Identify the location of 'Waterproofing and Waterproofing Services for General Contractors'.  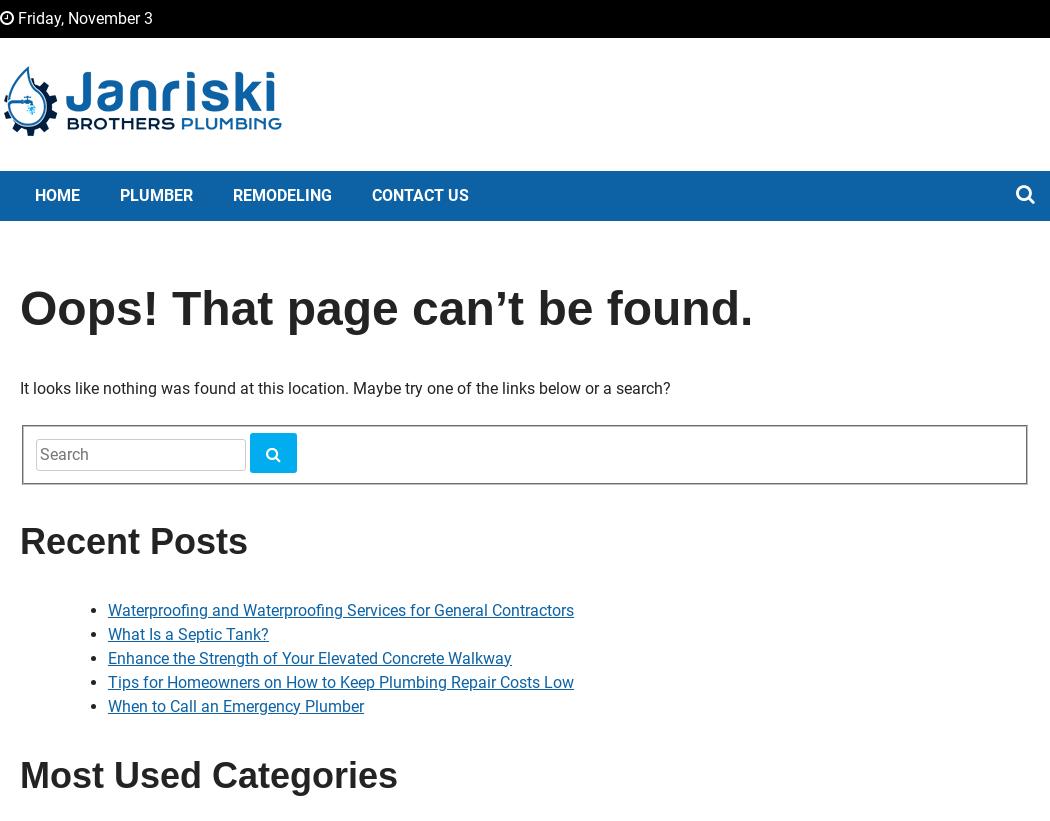
(340, 609).